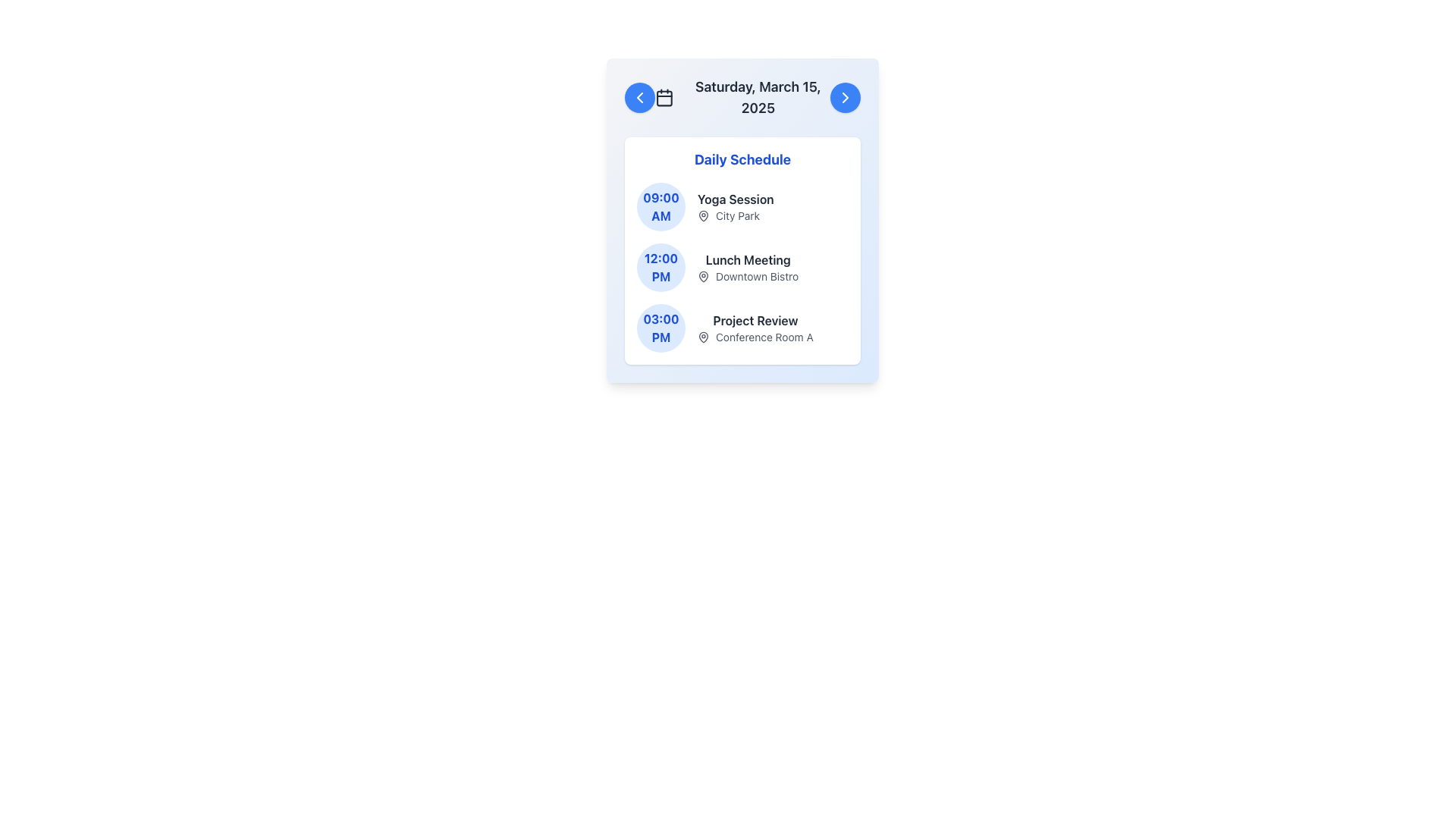  What do you see at coordinates (844, 97) in the screenshot?
I see `the circular blue button with a white chevron pointing to the right, located at the top-right corner of the card containing the date 'Saturday, March 15, 2025'` at bounding box center [844, 97].